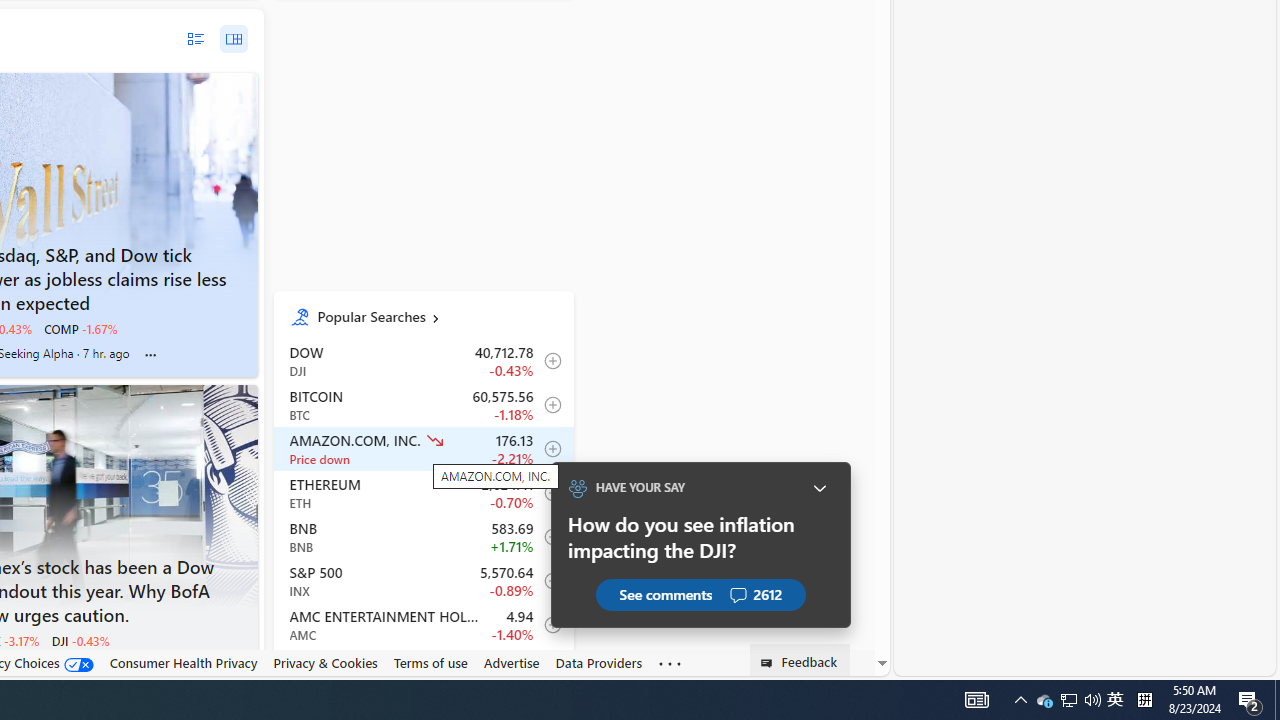 The height and width of the screenshot is (720, 1280). Describe the element at coordinates (183, 662) in the screenshot. I see `'Consumer Health Privacy'` at that location.